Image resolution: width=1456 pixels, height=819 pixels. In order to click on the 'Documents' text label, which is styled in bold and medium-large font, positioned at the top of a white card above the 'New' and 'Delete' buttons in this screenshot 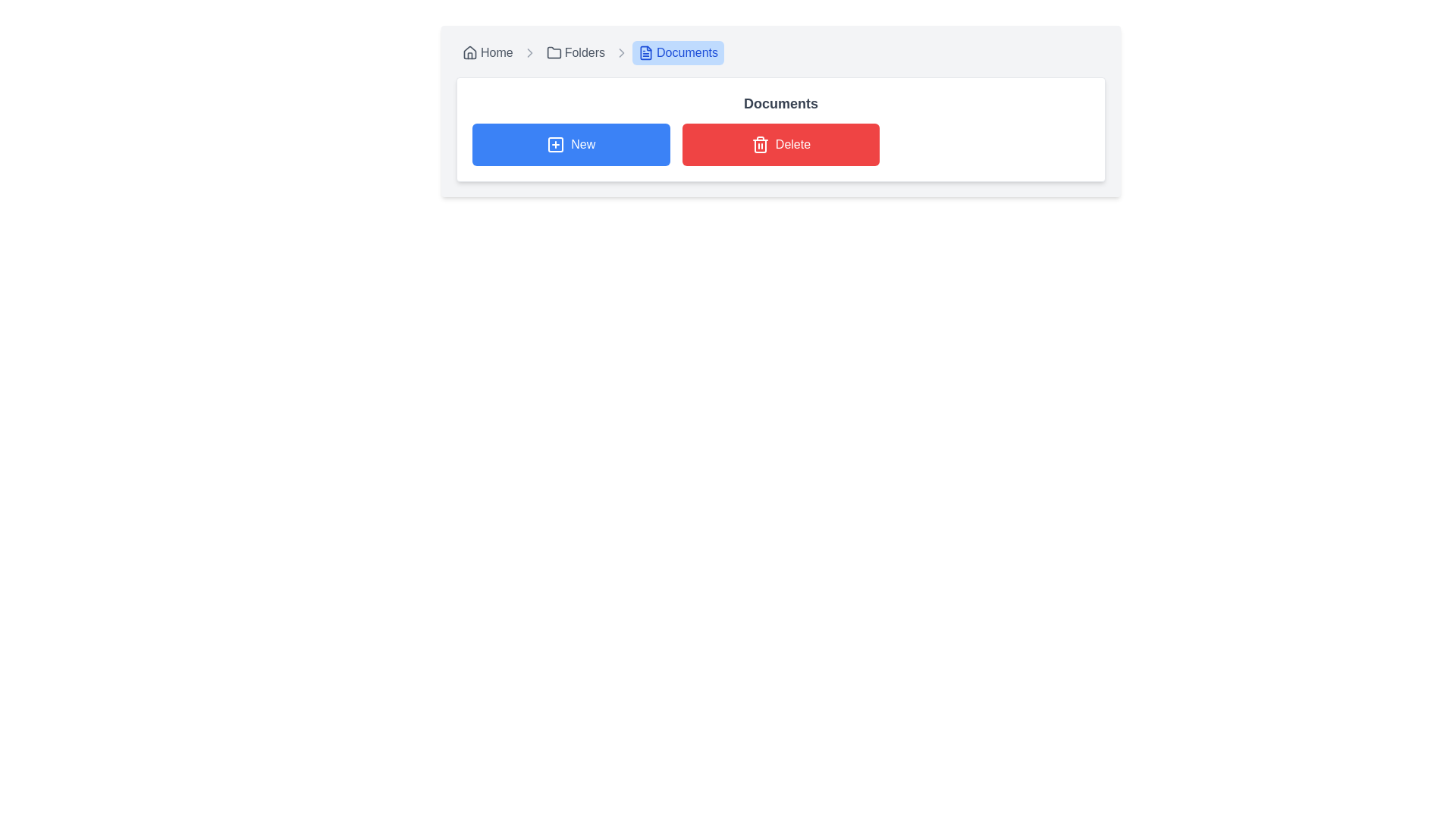, I will do `click(781, 103)`.